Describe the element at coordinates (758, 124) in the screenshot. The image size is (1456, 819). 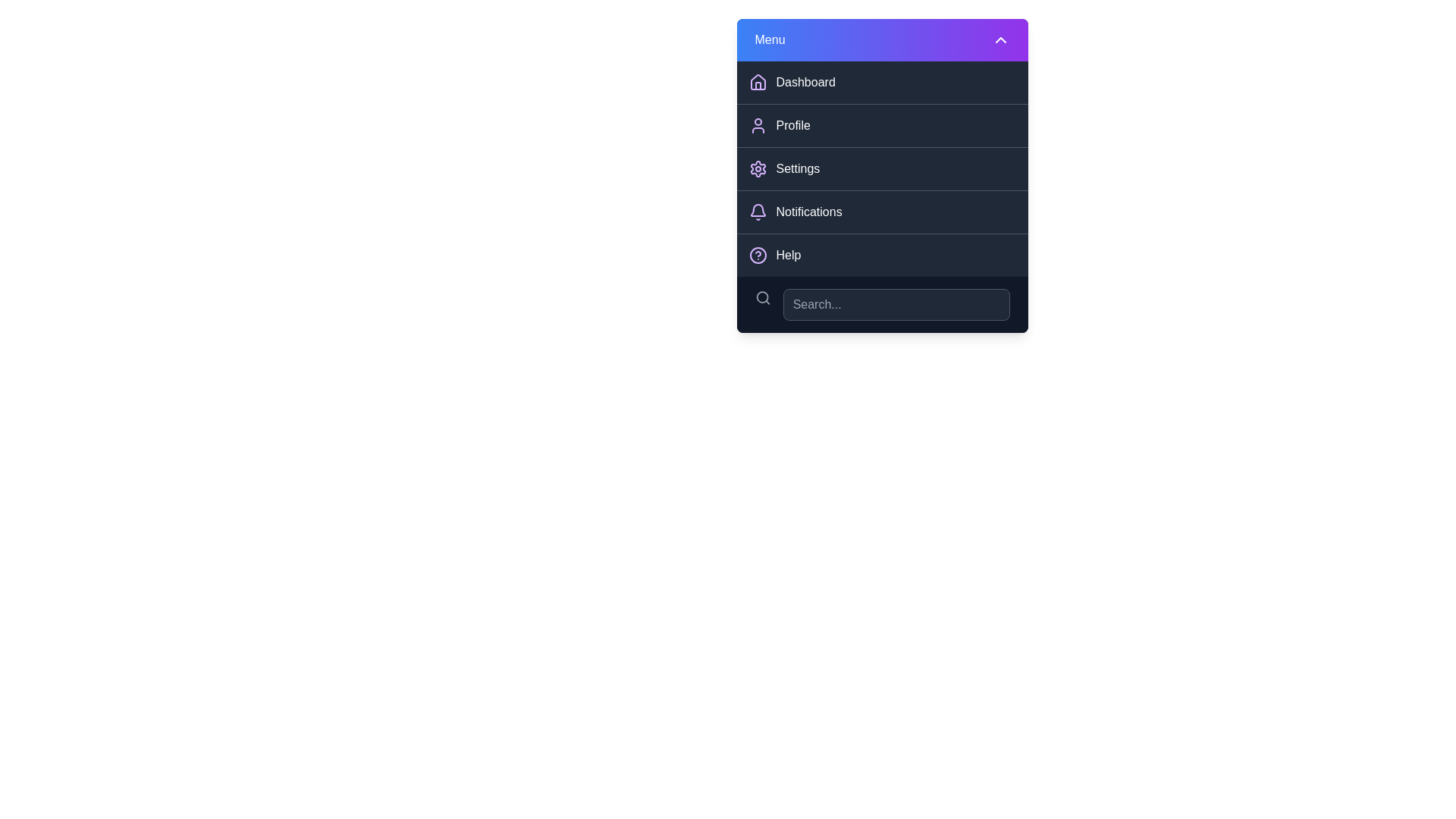
I see `the purple user figure icon next to the 'Profile' text in the menu` at that location.